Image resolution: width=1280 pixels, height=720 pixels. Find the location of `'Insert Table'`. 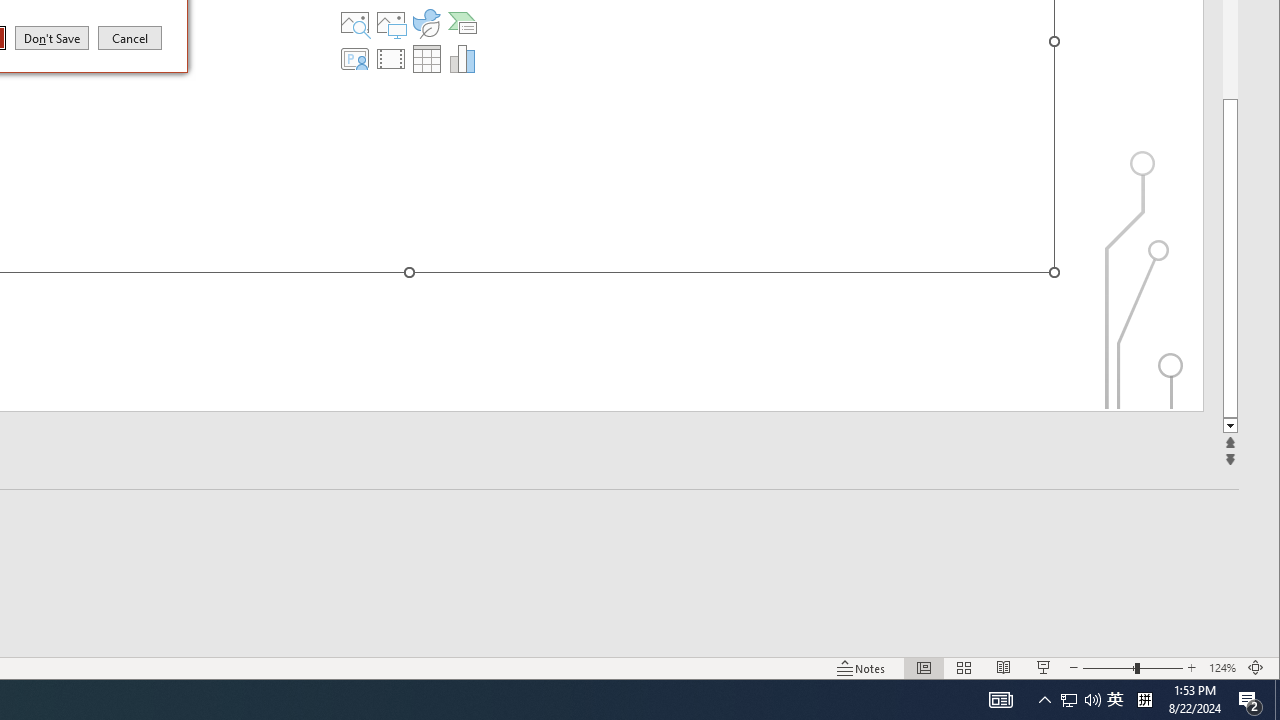

'Insert Table' is located at coordinates (425, 58).